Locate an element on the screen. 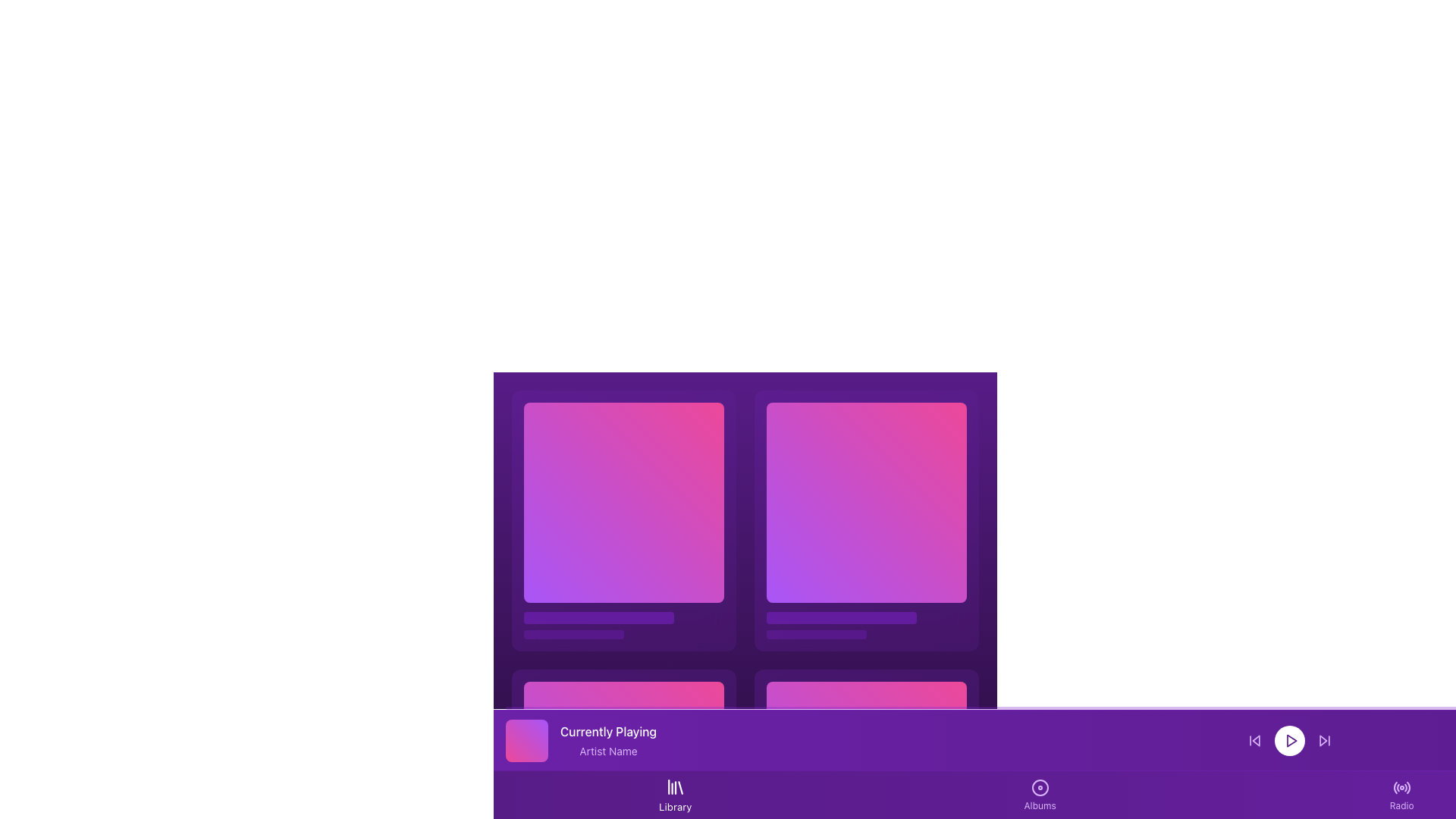  the 'Albums' Navigation Button, which features a circular album disc icon and a lighter purple text label, located second from the left on the bottom navigation bar is located at coordinates (1039, 794).